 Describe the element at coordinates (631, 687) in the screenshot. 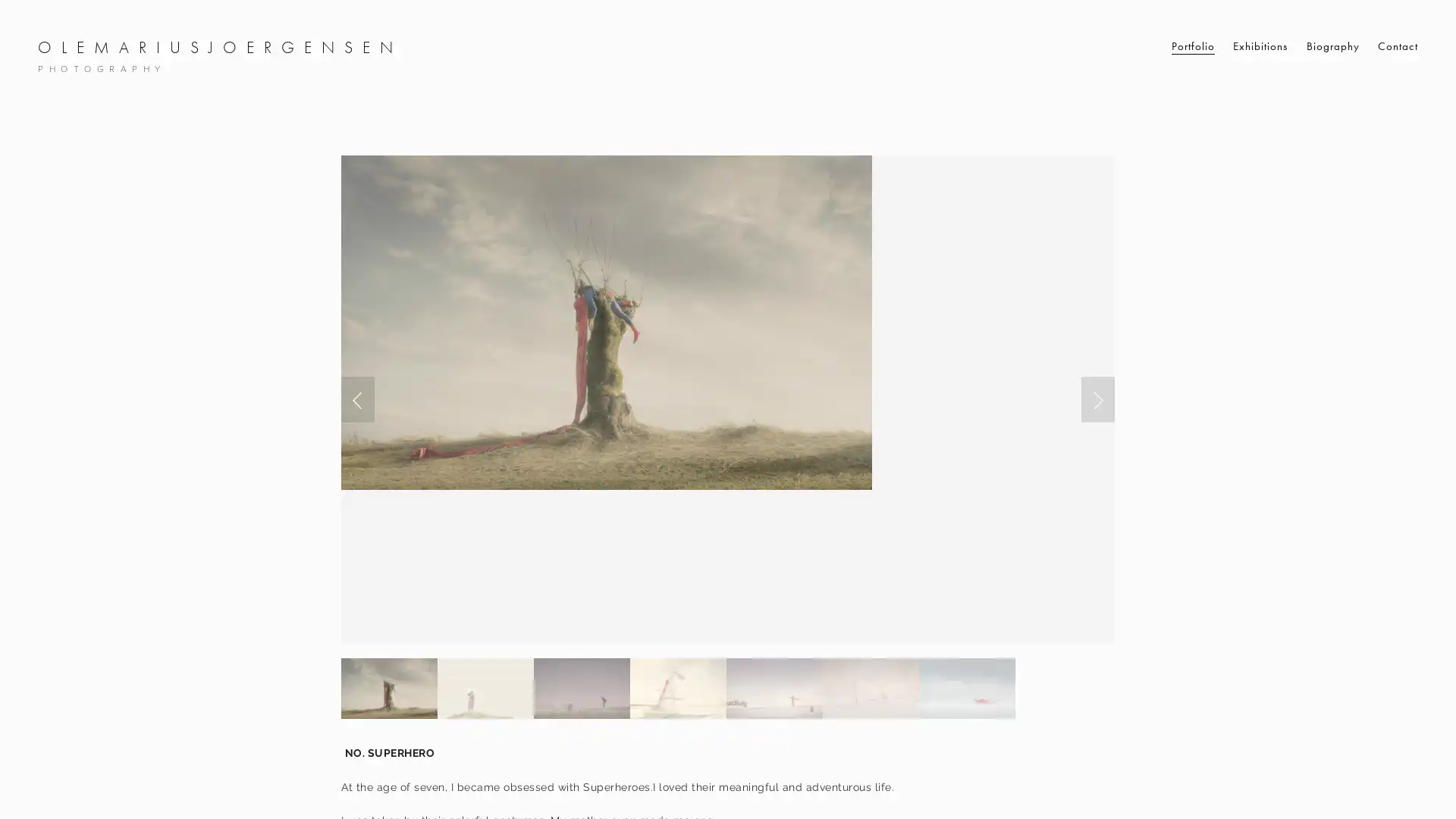

I see `Slide 3` at that location.